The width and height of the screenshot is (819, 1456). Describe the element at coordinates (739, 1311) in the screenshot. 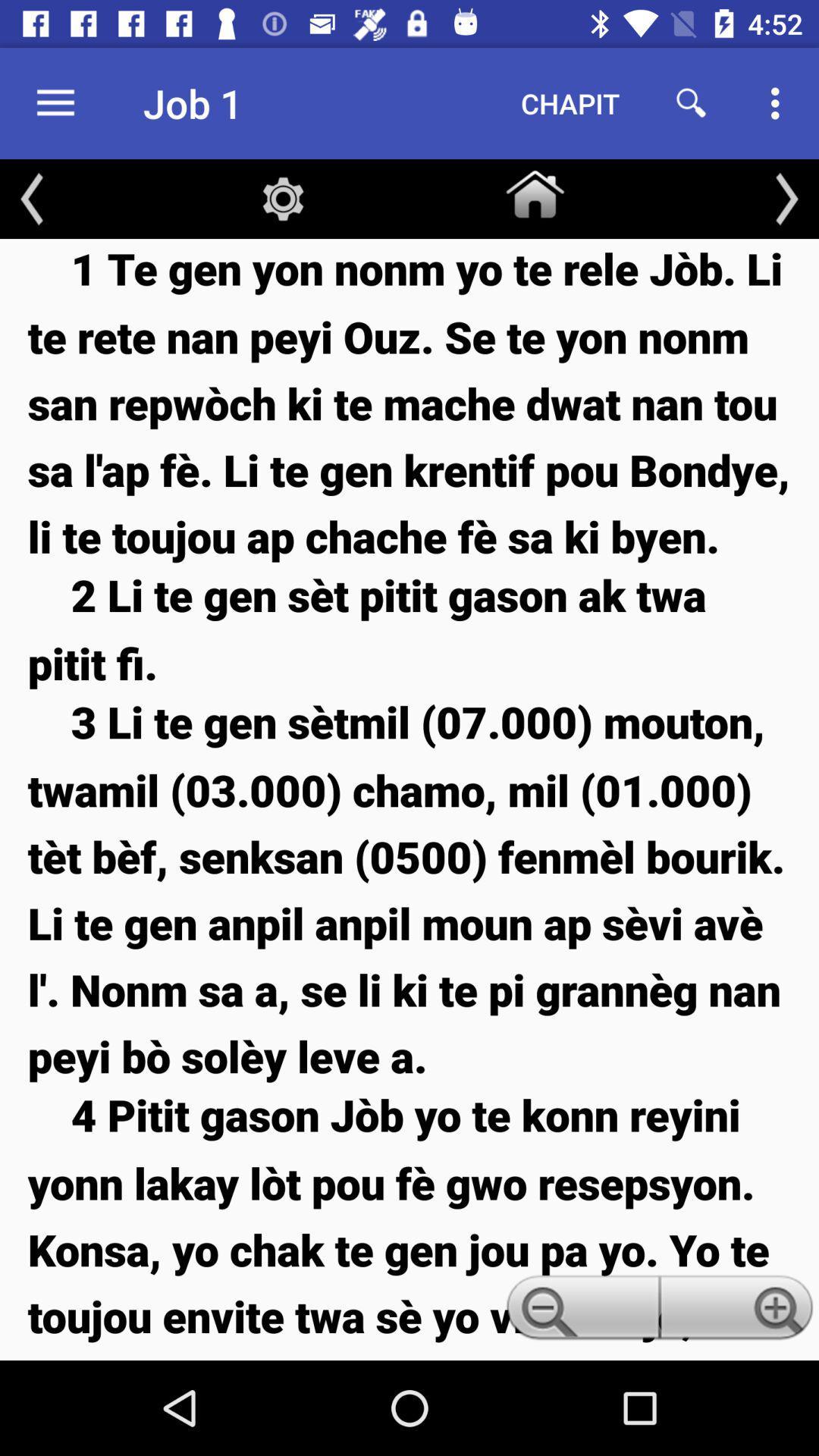

I see `the item below the 3 li te` at that location.